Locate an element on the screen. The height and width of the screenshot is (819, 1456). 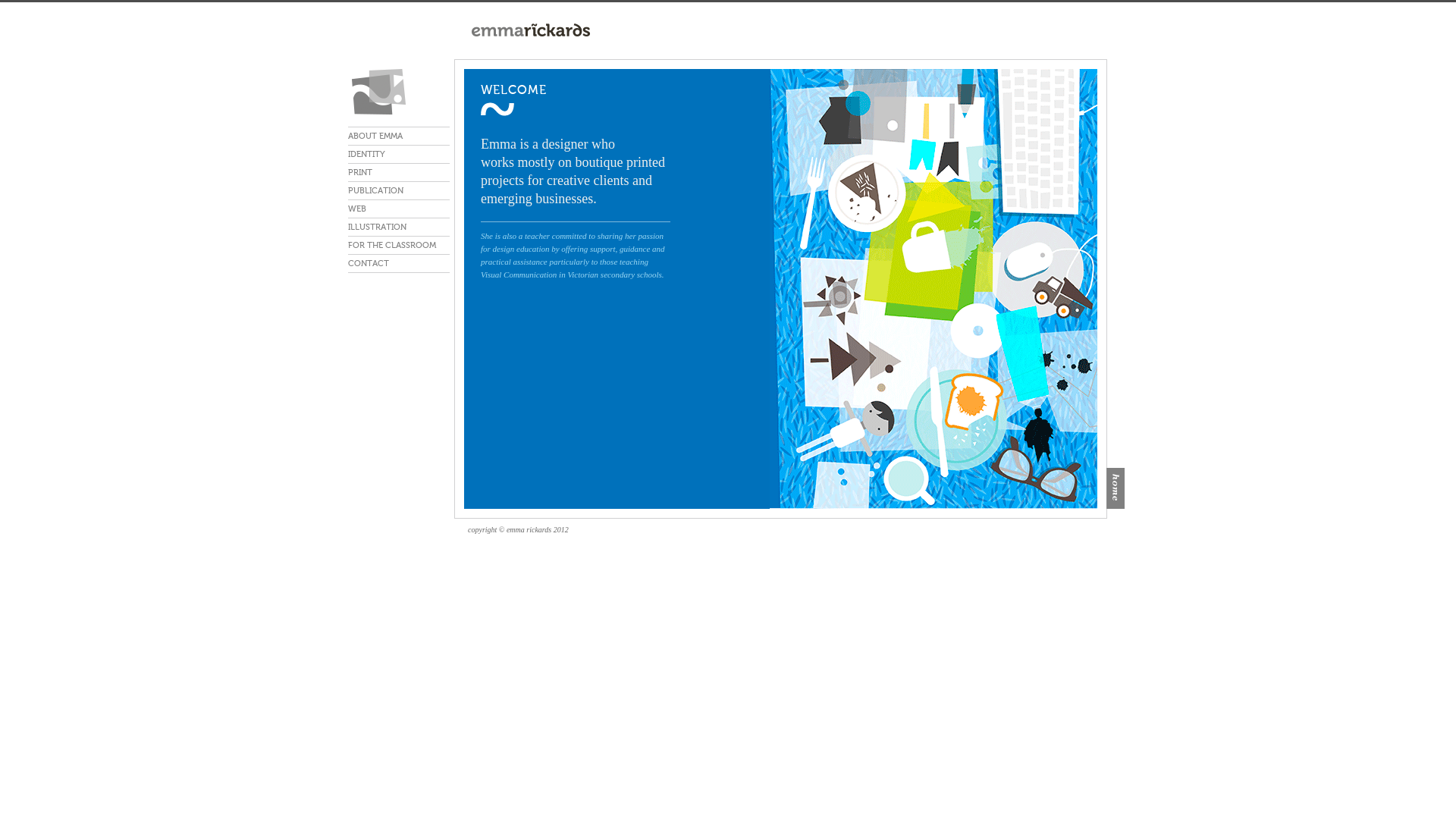
'PRINT' is located at coordinates (399, 171).